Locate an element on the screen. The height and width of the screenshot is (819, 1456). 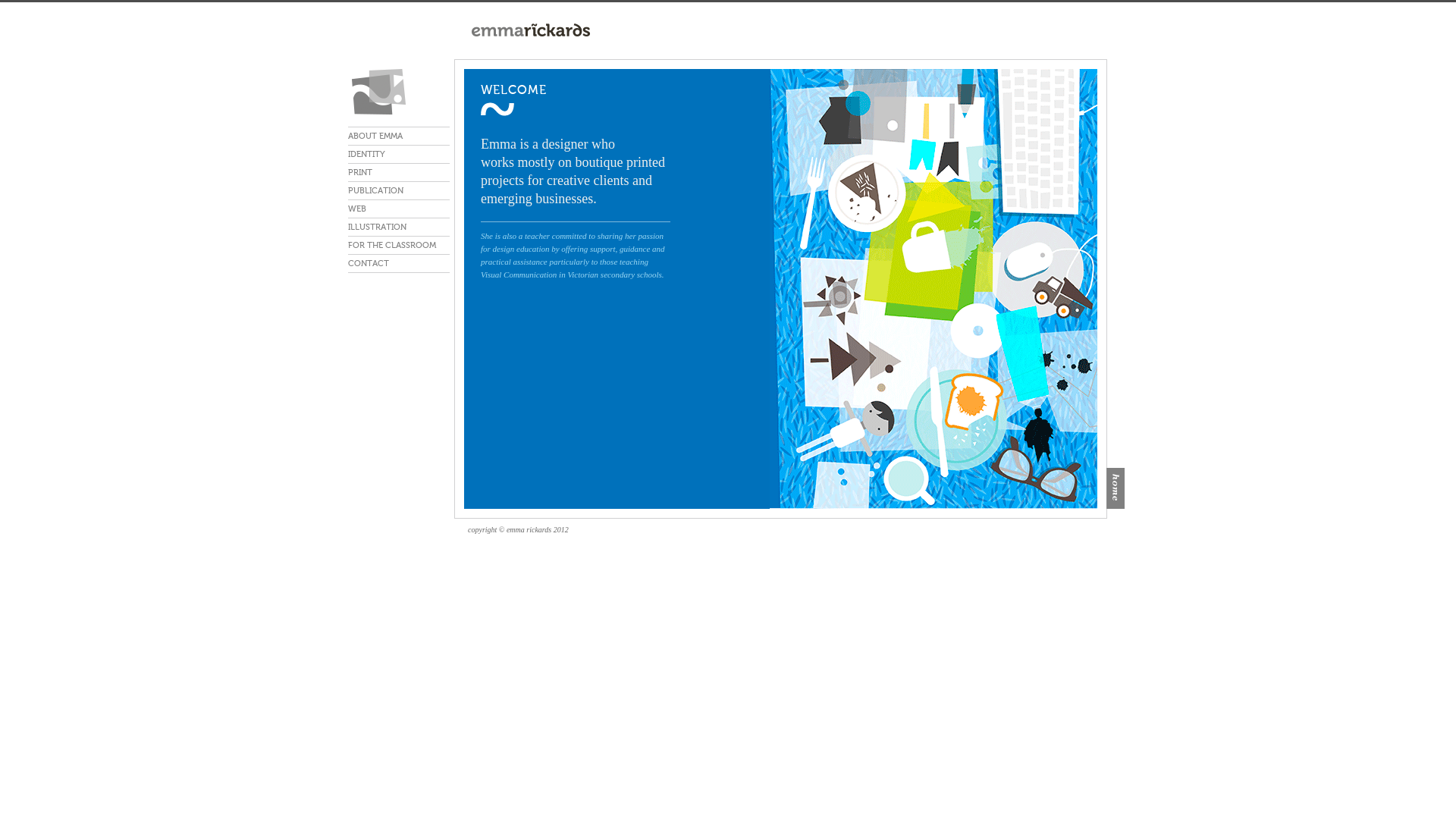
'PRINT' is located at coordinates (399, 171).